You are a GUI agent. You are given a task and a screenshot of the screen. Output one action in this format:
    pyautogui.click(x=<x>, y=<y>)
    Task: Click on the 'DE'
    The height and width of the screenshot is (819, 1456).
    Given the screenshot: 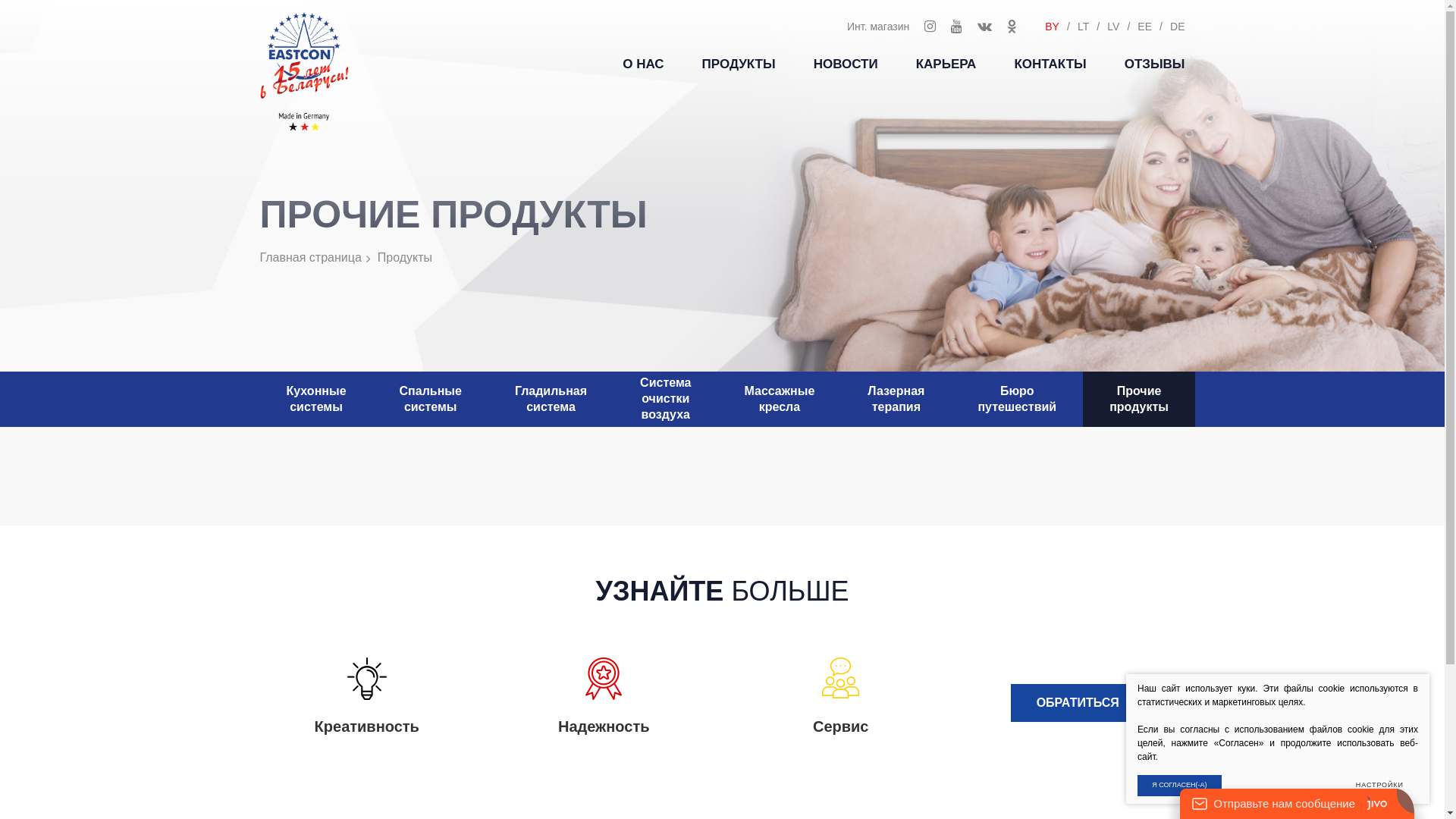 What is the action you would take?
    pyautogui.click(x=1160, y=27)
    